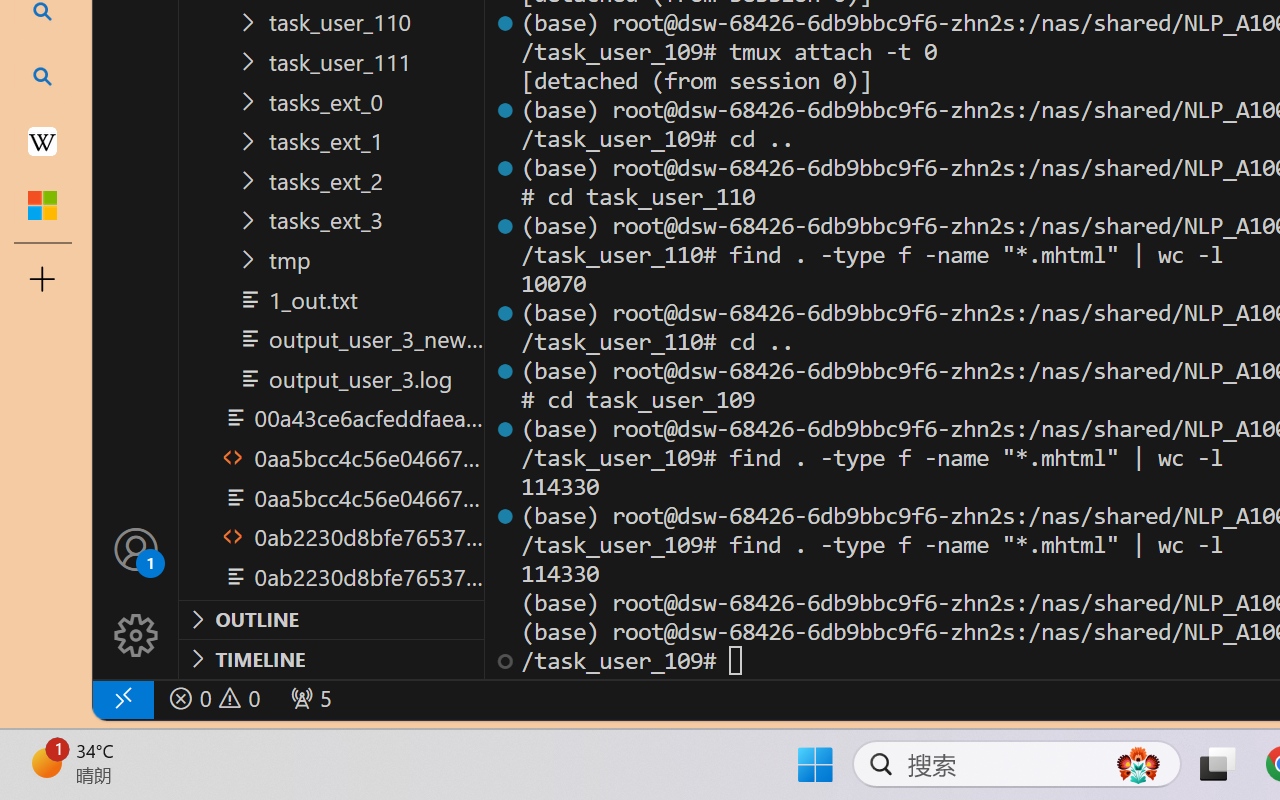 This screenshot has height=800, width=1280. Describe the element at coordinates (213, 698) in the screenshot. I see `'No Problems'` at that location.